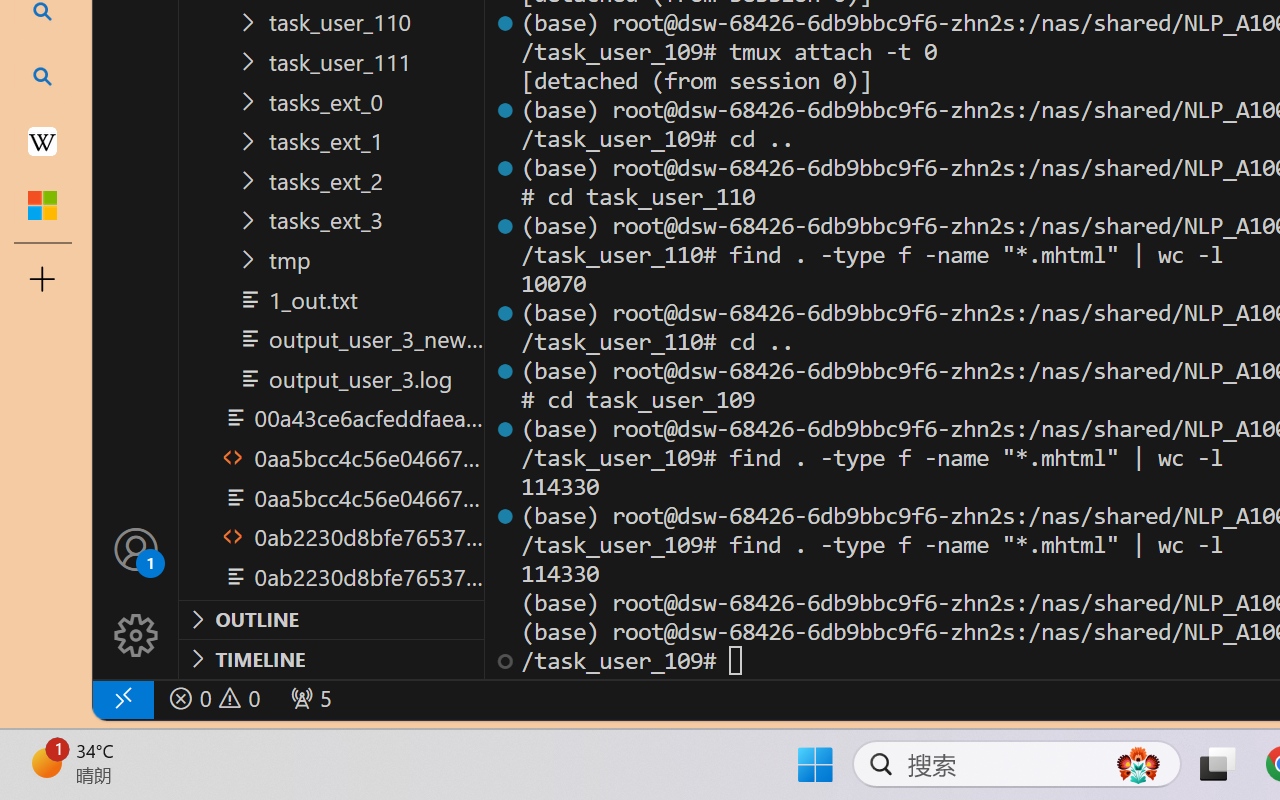 This screenshot has height=800, width=1280. Describe the element at coordinates (213, 698) in the screenshot. I see `'No Problems'` at that location.